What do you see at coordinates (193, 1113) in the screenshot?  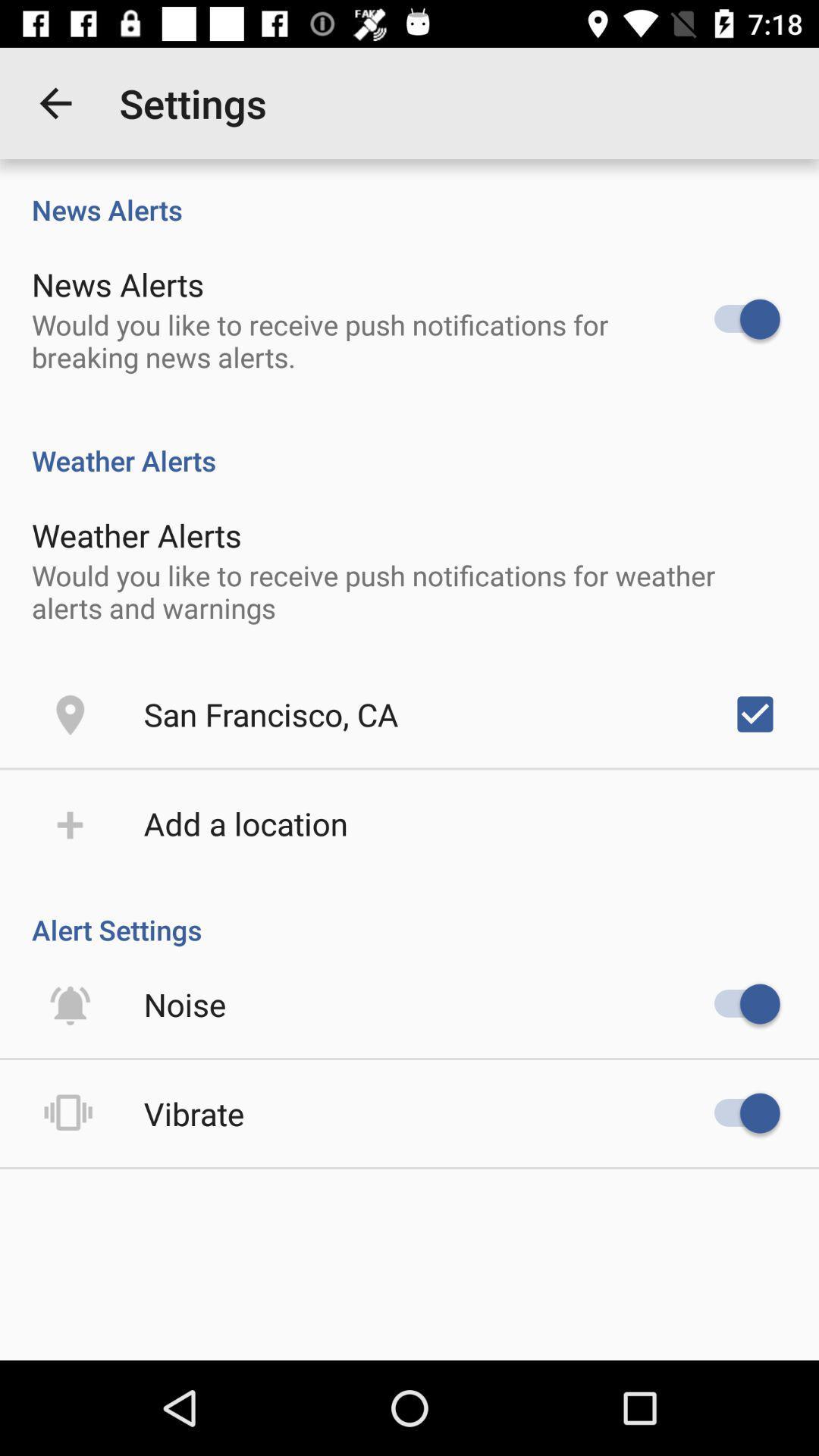 I see `the vibrate` at bounding box center [193, 1113].